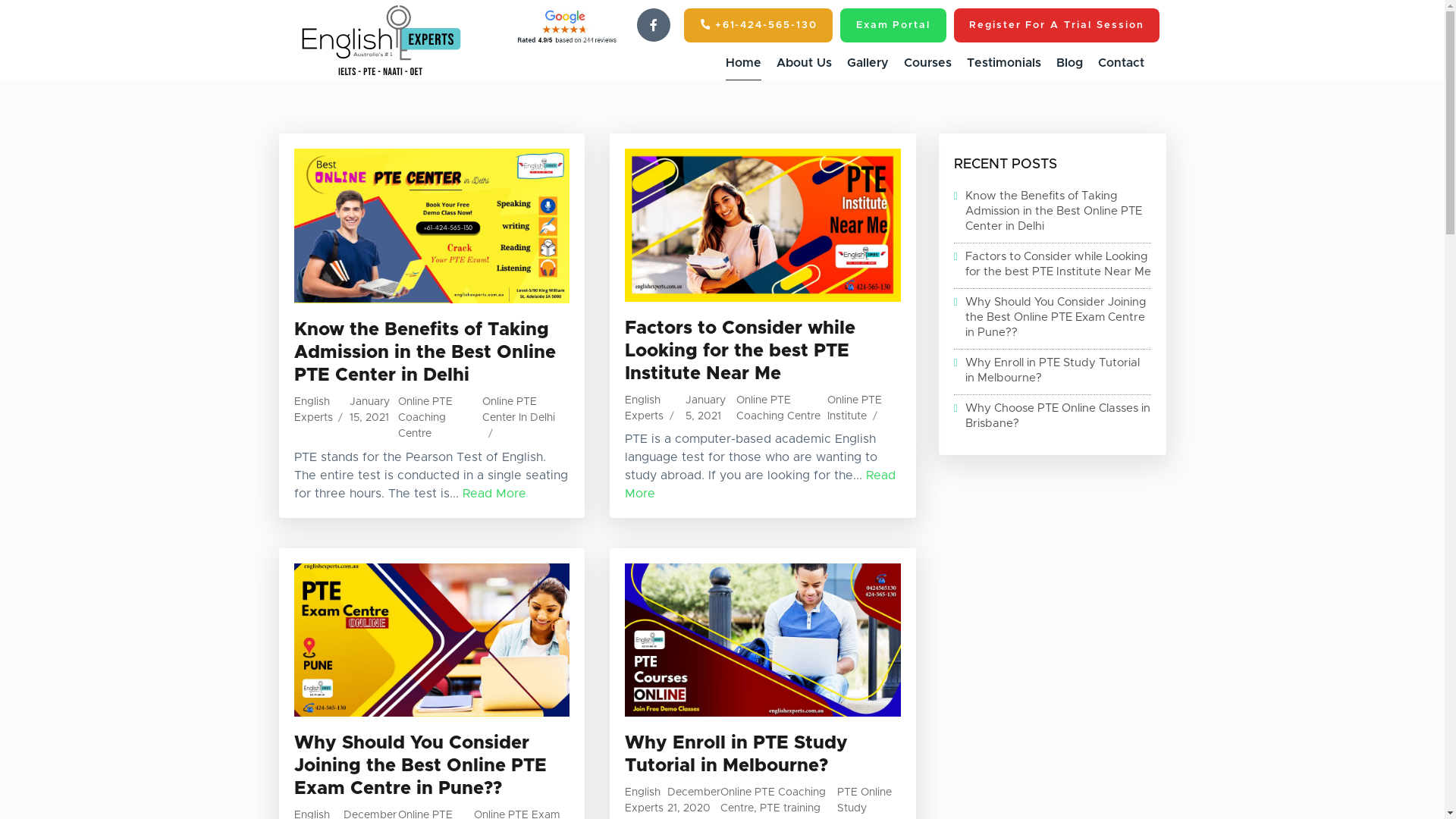  What do you see at coordinates (397, 418) in the screenshot?
I see `'Online PTE Coaching Centre'` at bounding box center [397, 418].